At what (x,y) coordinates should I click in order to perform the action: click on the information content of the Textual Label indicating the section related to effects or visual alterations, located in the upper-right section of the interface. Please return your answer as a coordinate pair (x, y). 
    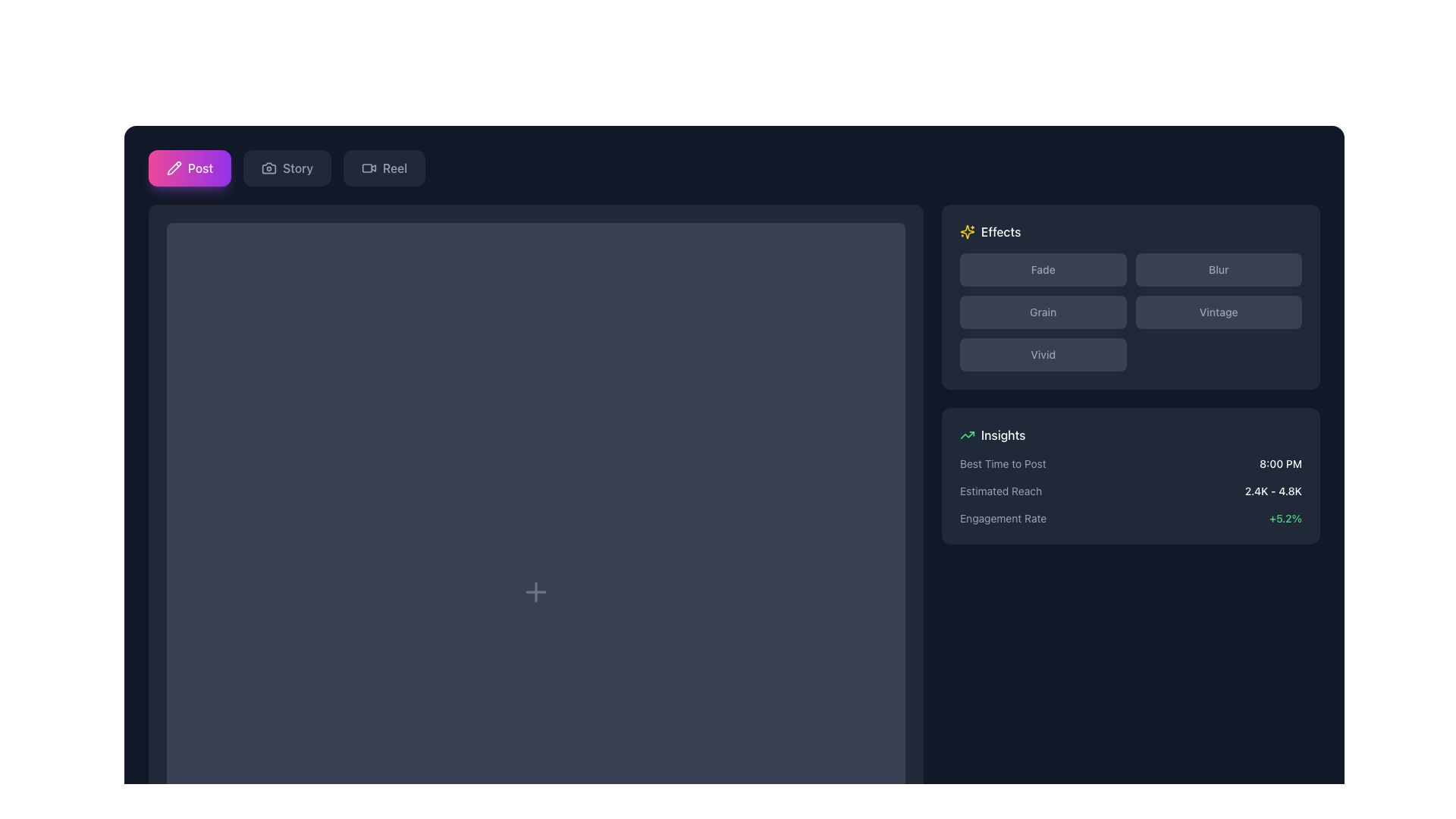
    Looking at the image, I should click on (1001, 231).